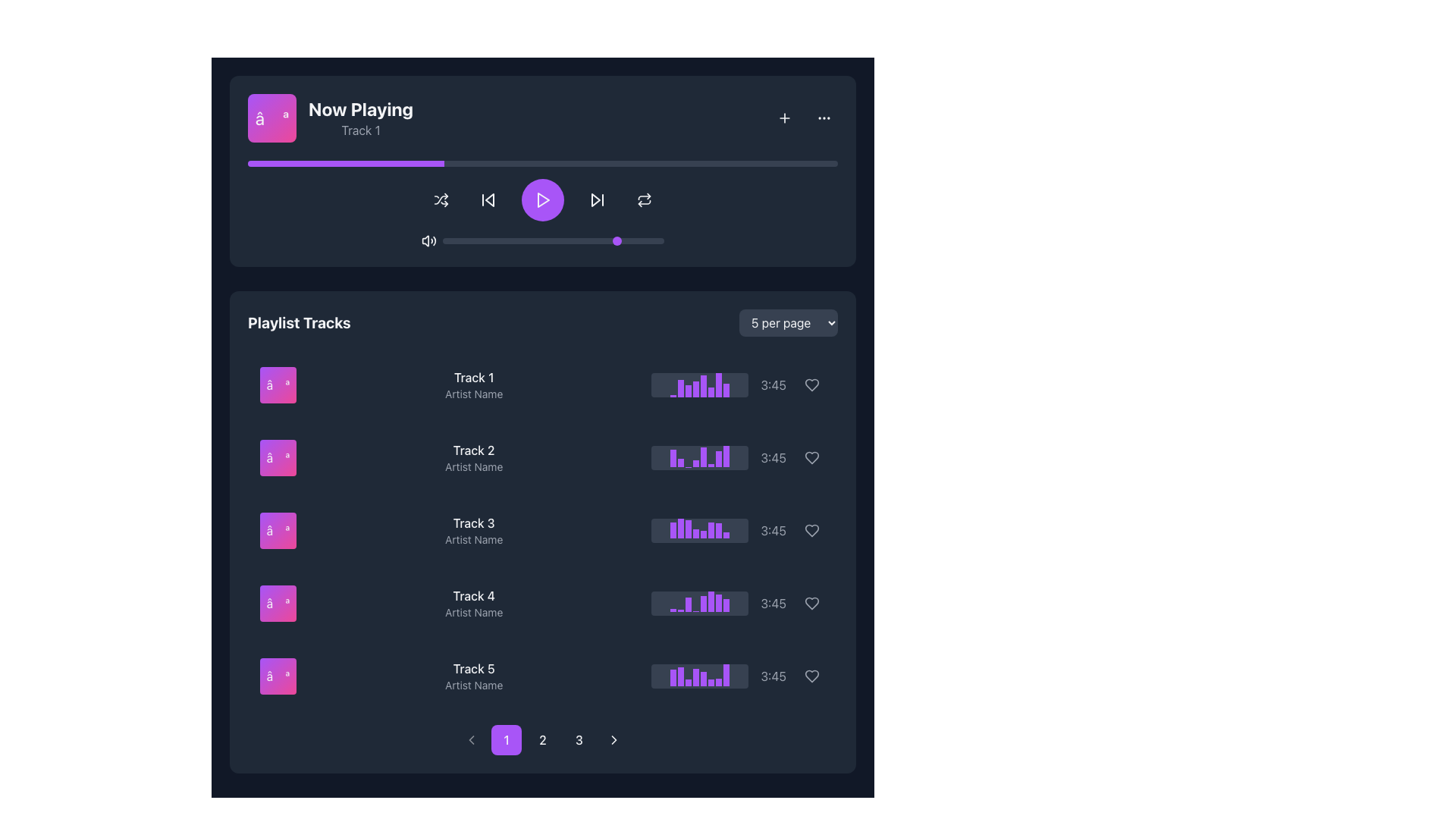 The height and width of the screenshot is (819, 1456). I want to click on the sixth vertical purple bar in the horizontal bar chart located to the right of the playlist row for 'Track 4', so click(711, 601).